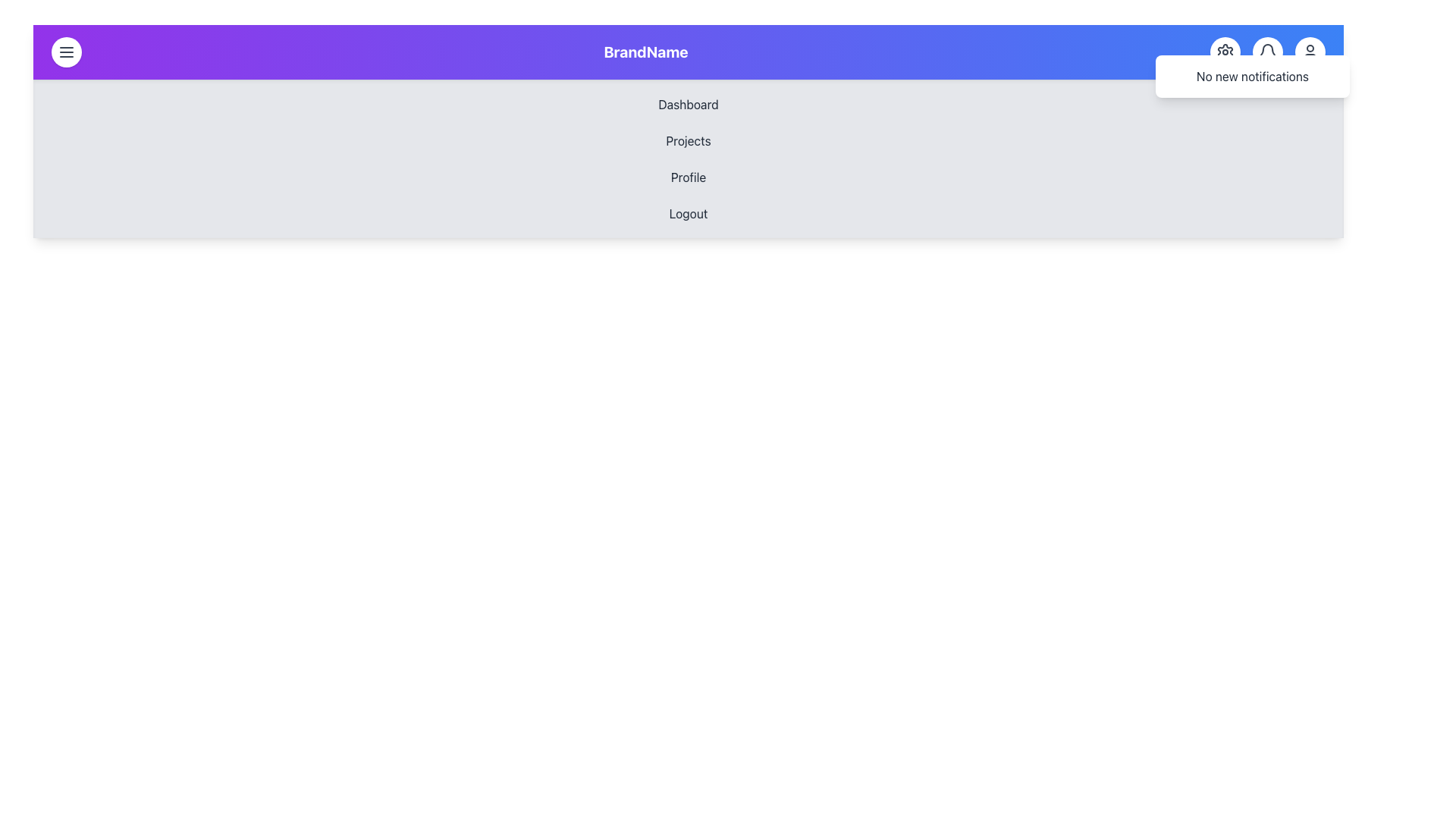 This screenshot has width=1456, height=819. What do you see at coordinates (65, 52) in the screenshot?
I see `the circular menu button with three horizontal lines on the left side of the header` at bounding box center [65, 52].